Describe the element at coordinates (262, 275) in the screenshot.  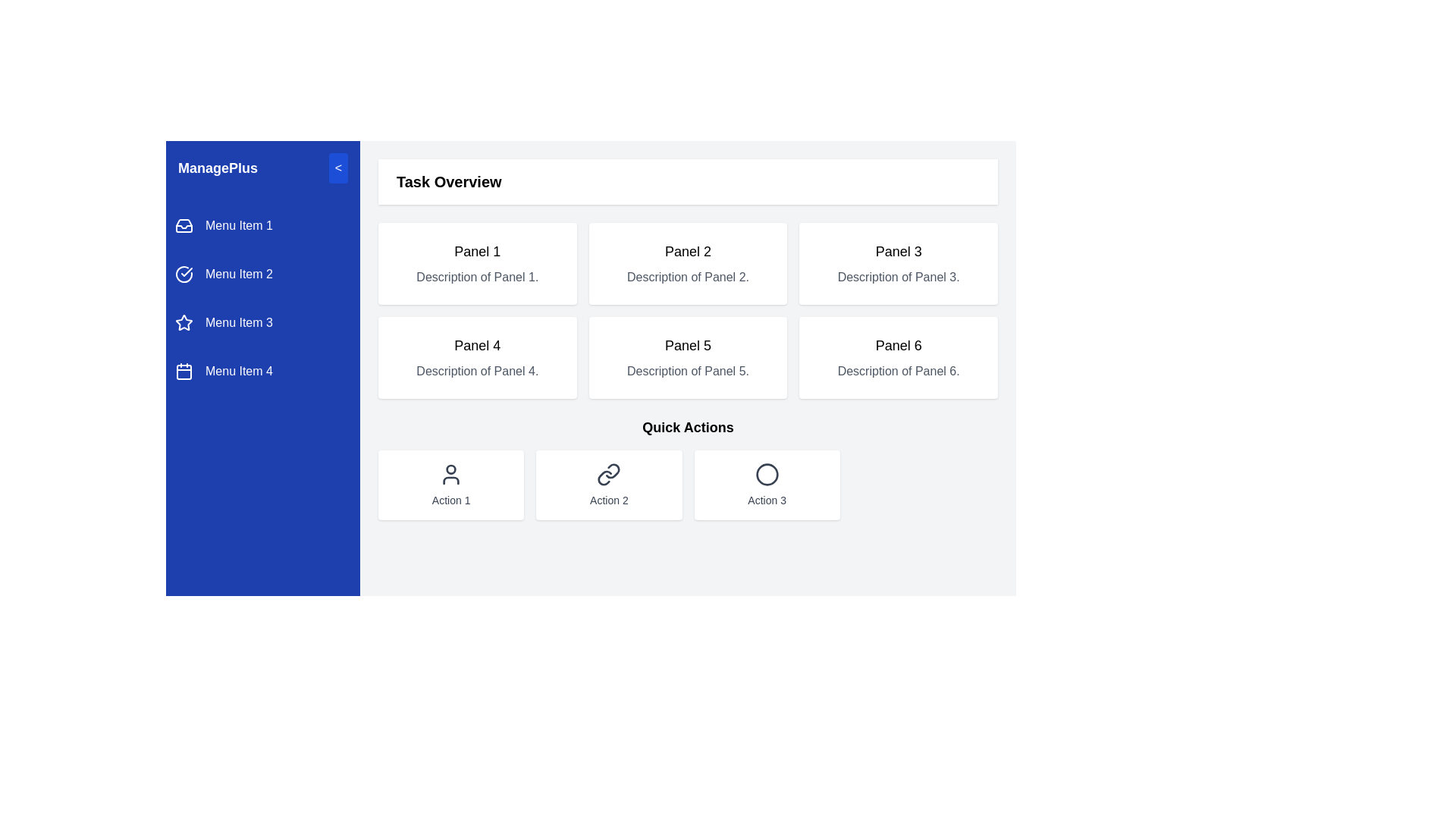
I see `the second menu item labeled 'Menu Item 2' in the blue sidebar` at that location.